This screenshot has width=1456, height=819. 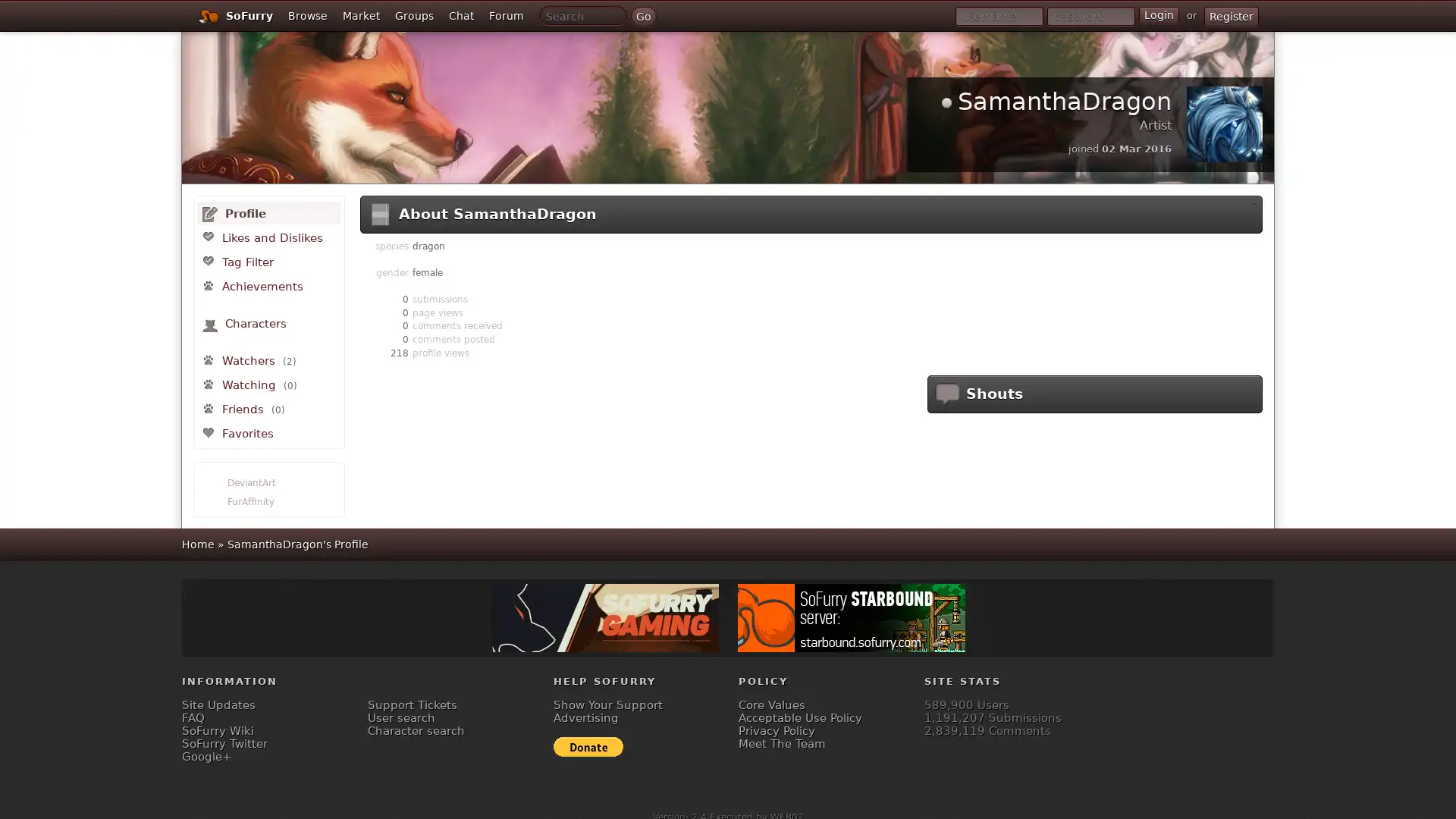 What do you see at coordinates (586, 745) in the screenshot?
I see `Donate to SoFurry` at bounding box center [586, 745].